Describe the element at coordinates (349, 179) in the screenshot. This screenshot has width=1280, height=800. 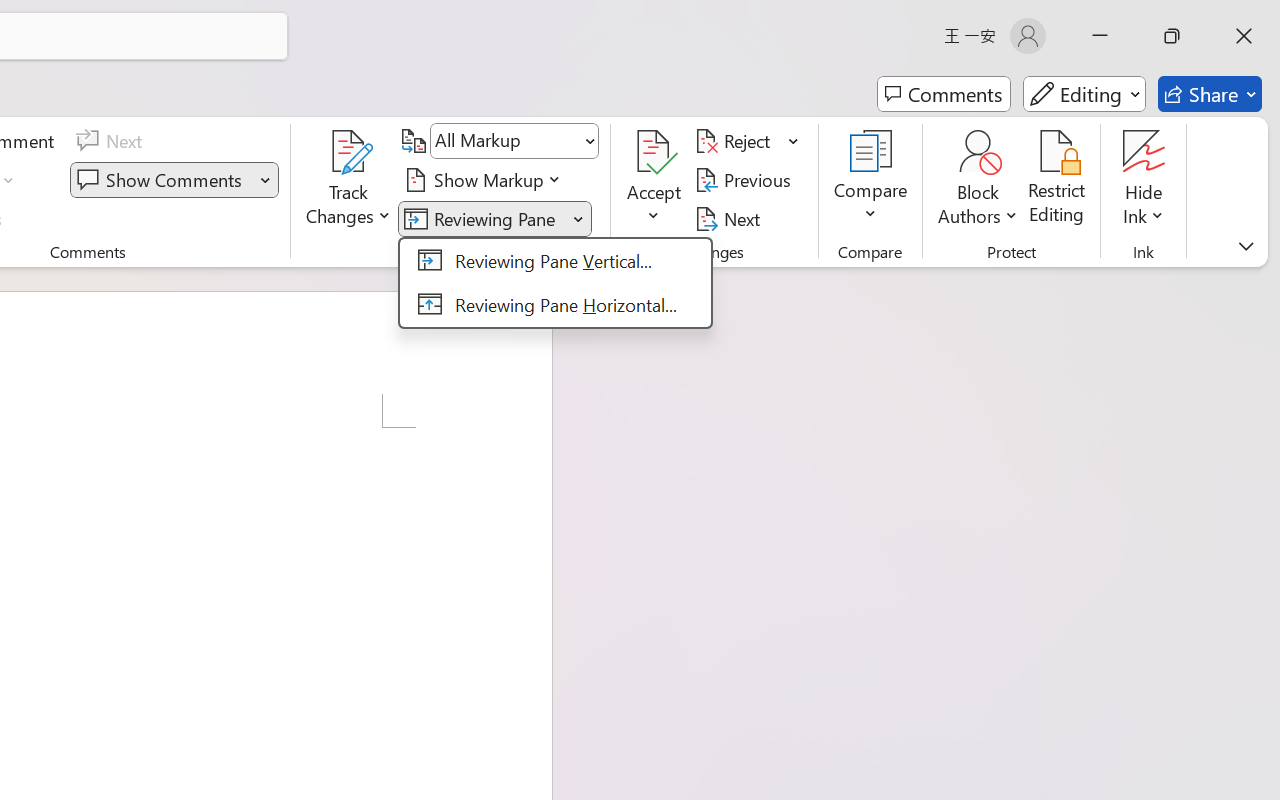
I see `'Track Changes'` at that location.